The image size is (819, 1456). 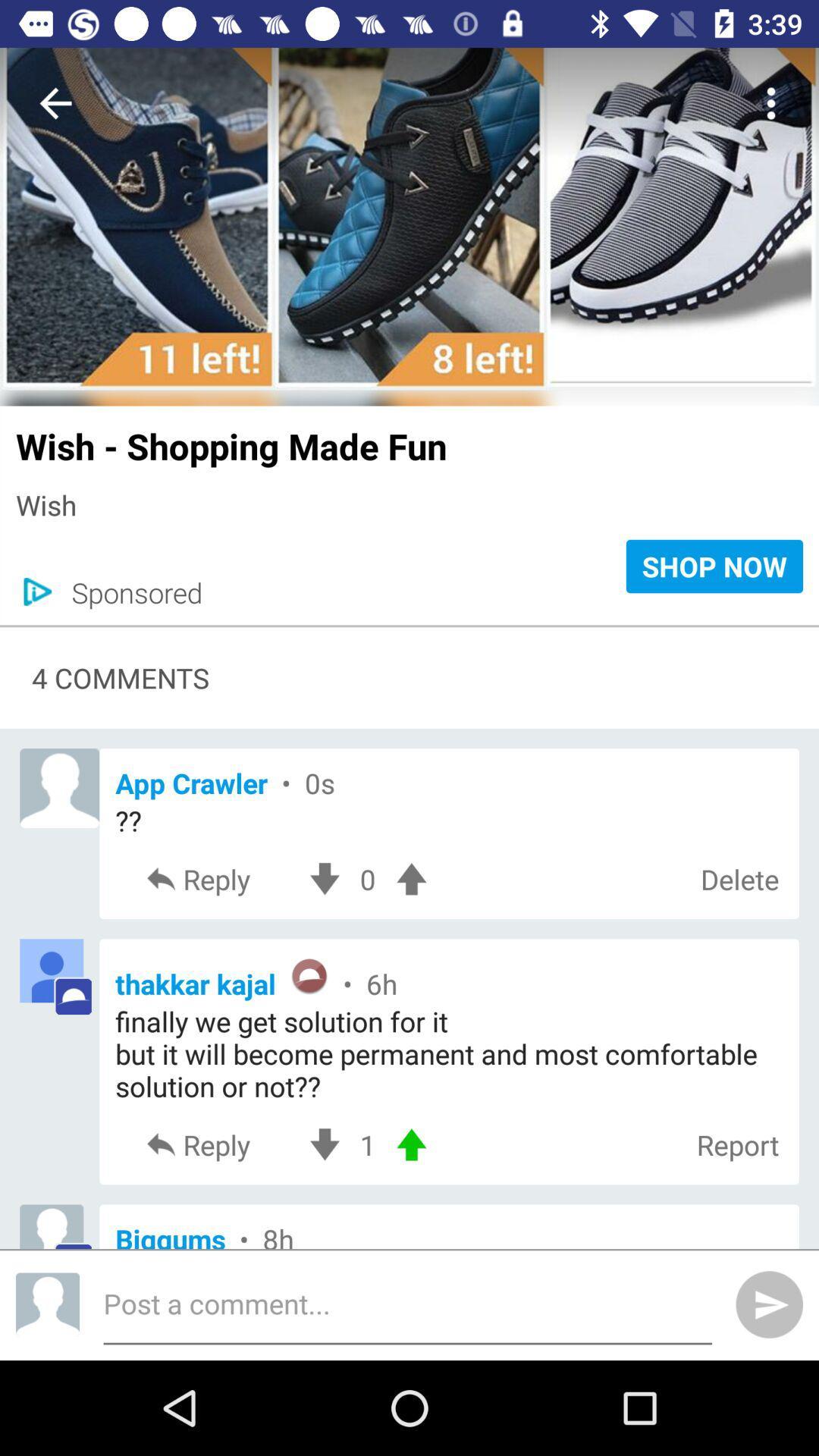 I want to click on item below 4 comments icon, so click(x=448, y=783).